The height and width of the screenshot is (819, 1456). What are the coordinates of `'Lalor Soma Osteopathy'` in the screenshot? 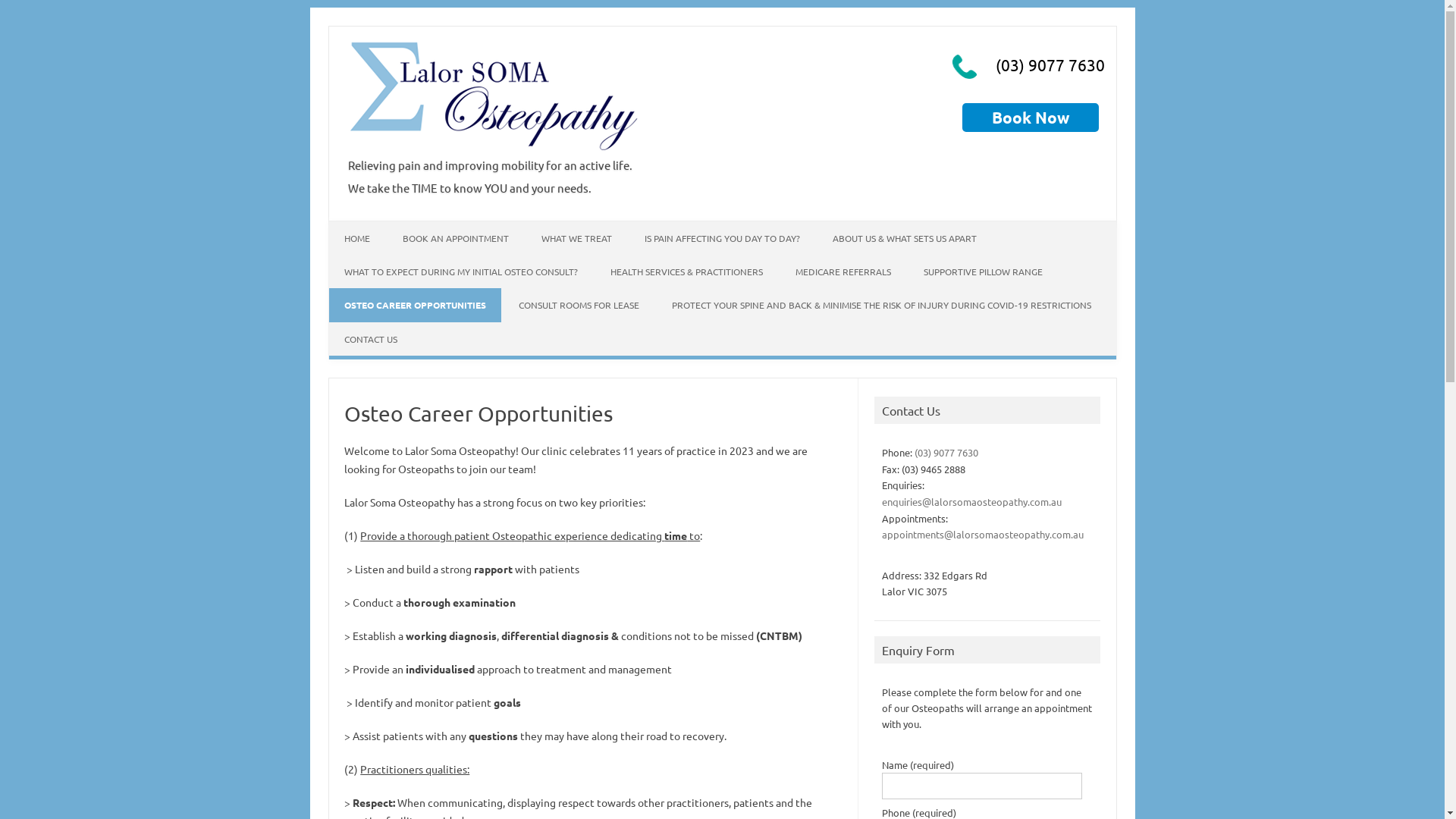 It's located at (494, 149).